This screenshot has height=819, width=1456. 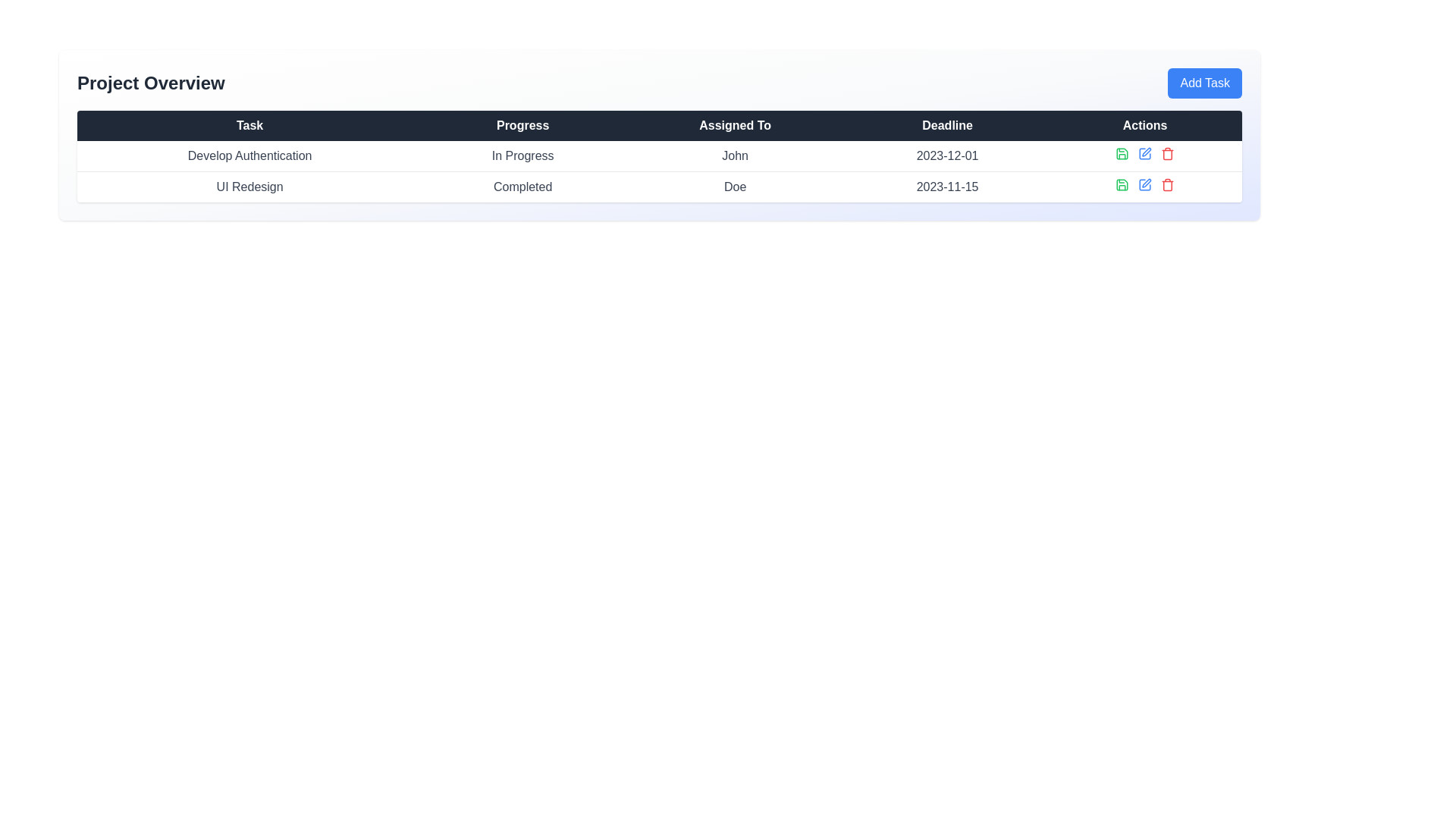 What do you see at coordinates (735, 186) in the screenshot?
I see `the static text label displaying 'Doe', which represents the assignee for the task 'UI Redesign' located in the 'Assigned To' column of the table` at bounding box center [735, 186].